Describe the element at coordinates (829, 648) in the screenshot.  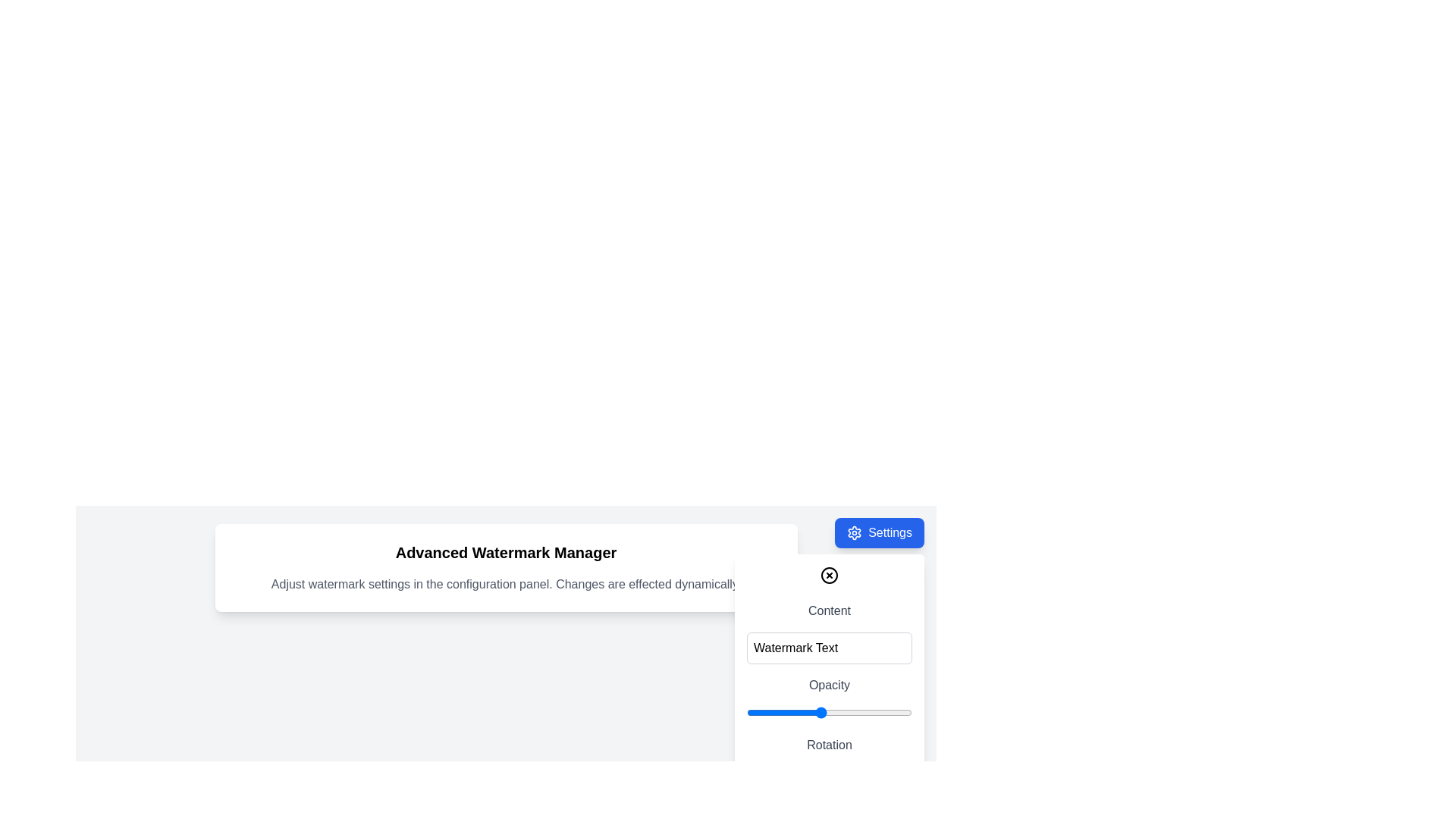
I see `the text input box located in the settings panel, which is positioned below the 'Content' label and above the 'Opacity' label, to focus it` at that location.